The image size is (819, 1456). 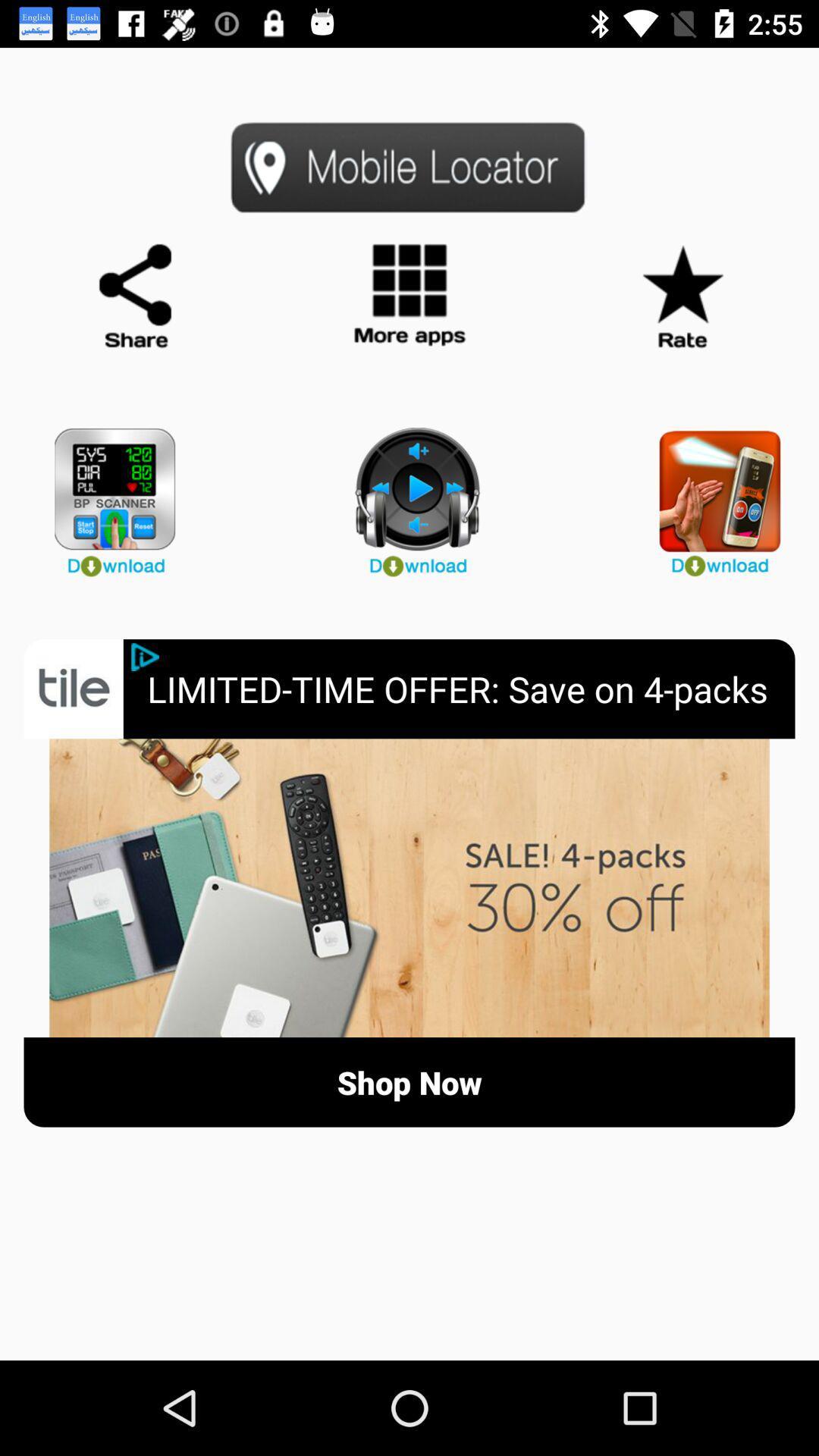 What do you see at coordinates (711, 495) in the screenshot?
I see `the item above the limited time offer icon` at bounding box center [711, 495].